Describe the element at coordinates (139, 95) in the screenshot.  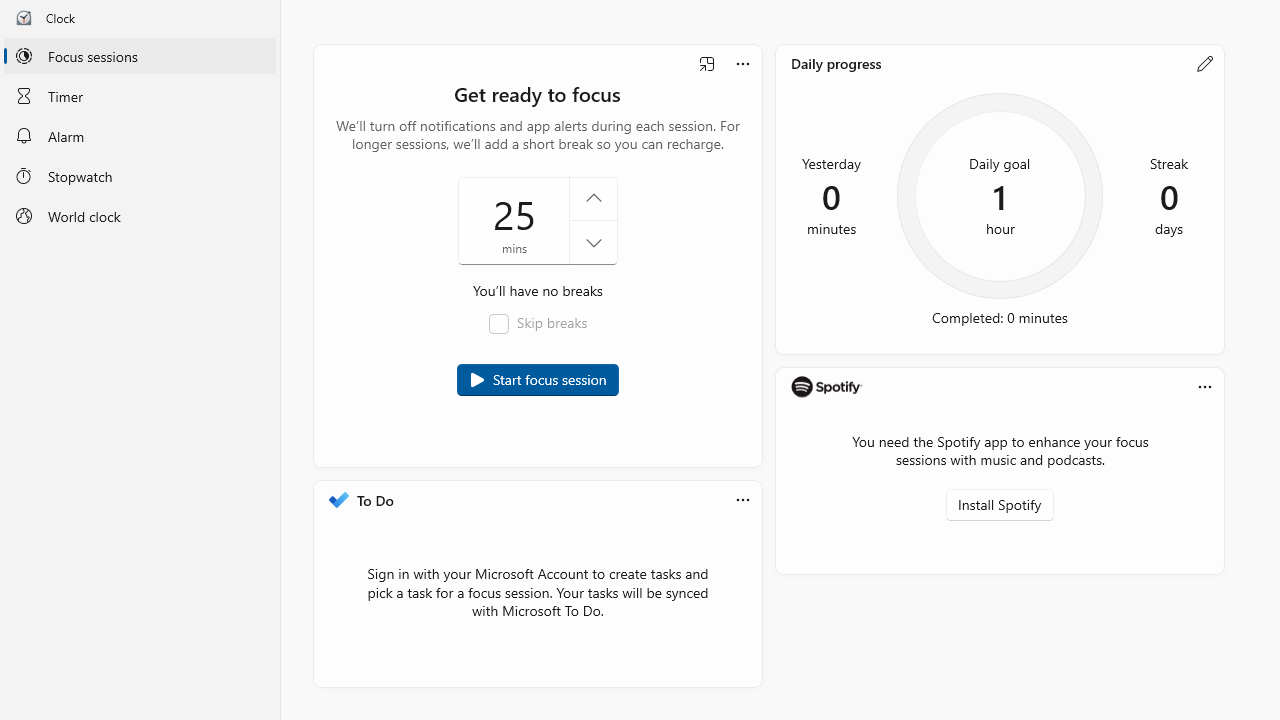
I see `'Timer'` at that location.